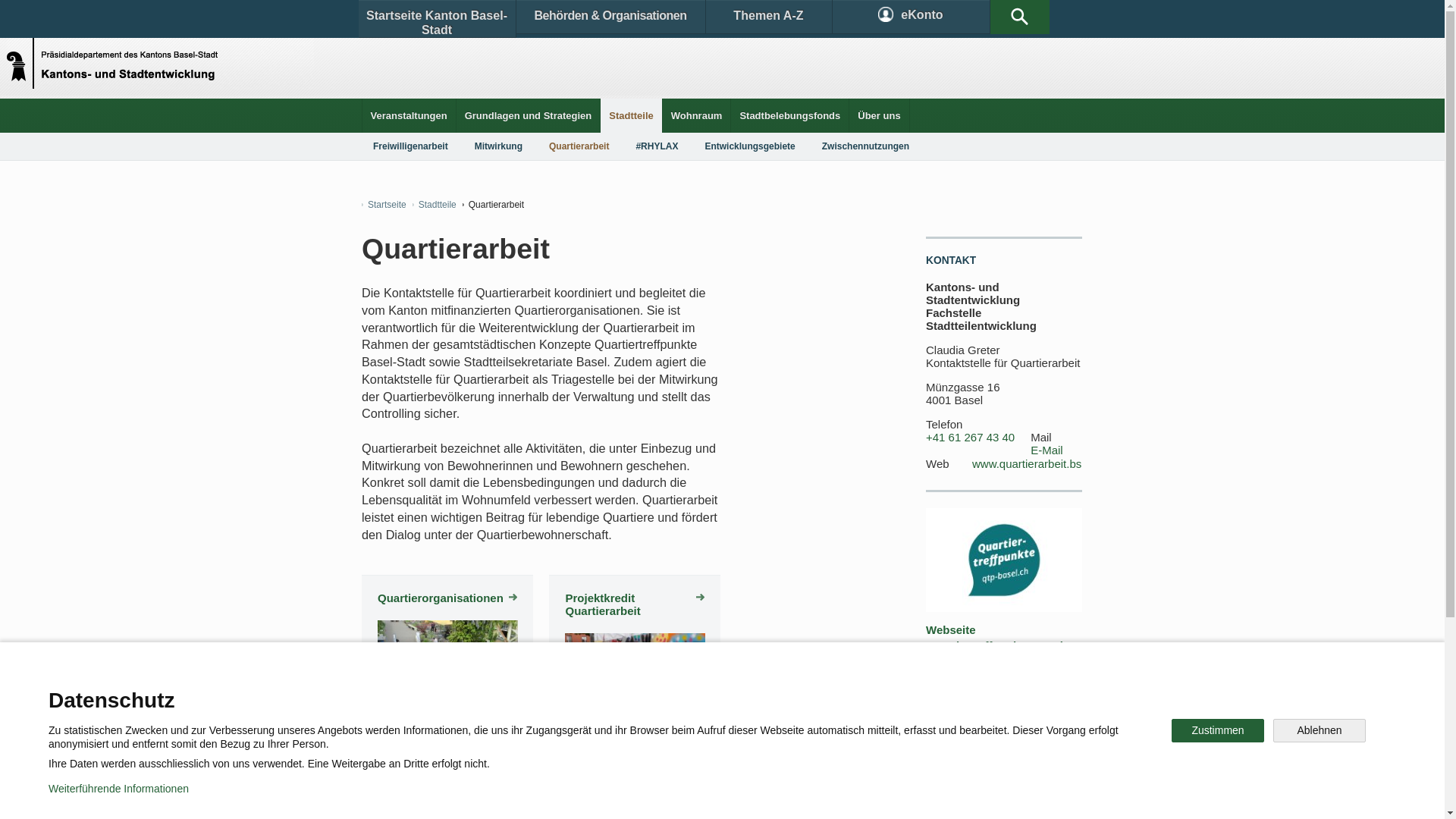 The width and height of the screenshot is (1456, 819). I want to click on '+41 61 267 43 40', so click(969, 438).